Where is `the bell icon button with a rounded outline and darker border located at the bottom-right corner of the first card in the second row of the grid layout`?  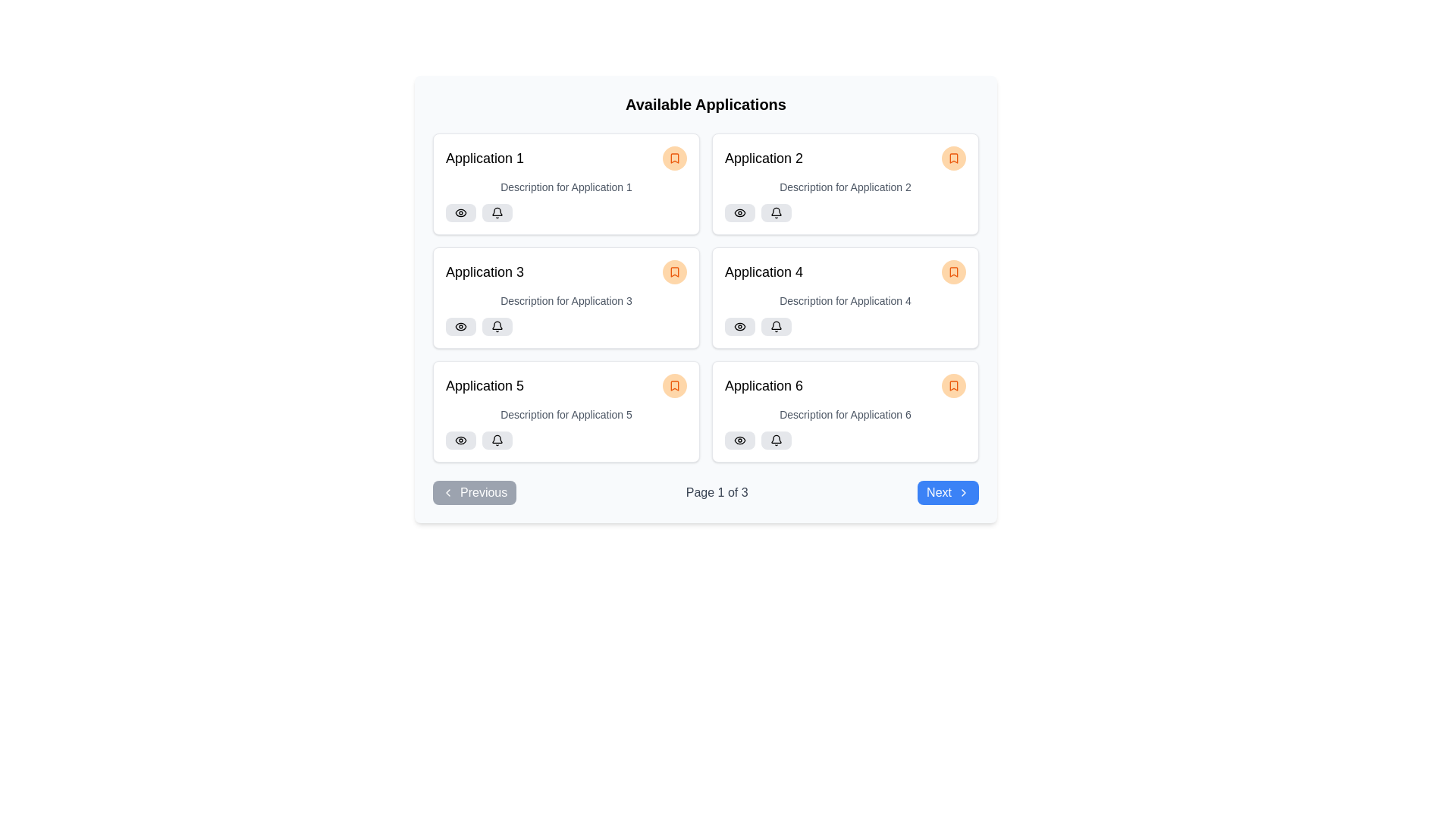 the bell icon button with a rounded outline and darker border located at the bottom-right corner of the first card in the second row of the grid layout is located at coordinates (776, 326).